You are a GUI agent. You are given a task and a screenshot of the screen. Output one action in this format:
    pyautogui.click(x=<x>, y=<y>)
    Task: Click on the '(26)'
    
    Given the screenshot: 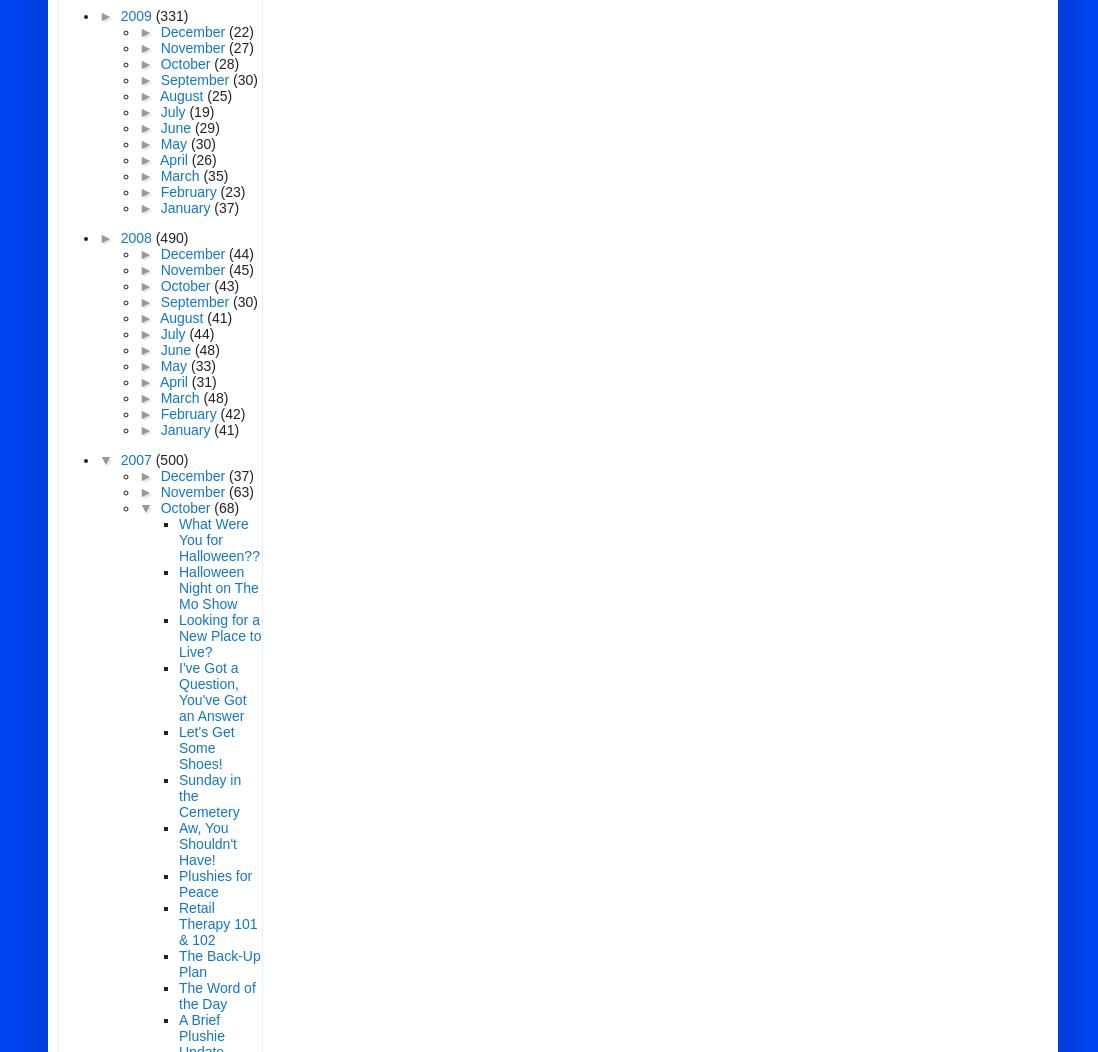 What is the action you would take?
    pyautogui.click(x=190, y=159)
    